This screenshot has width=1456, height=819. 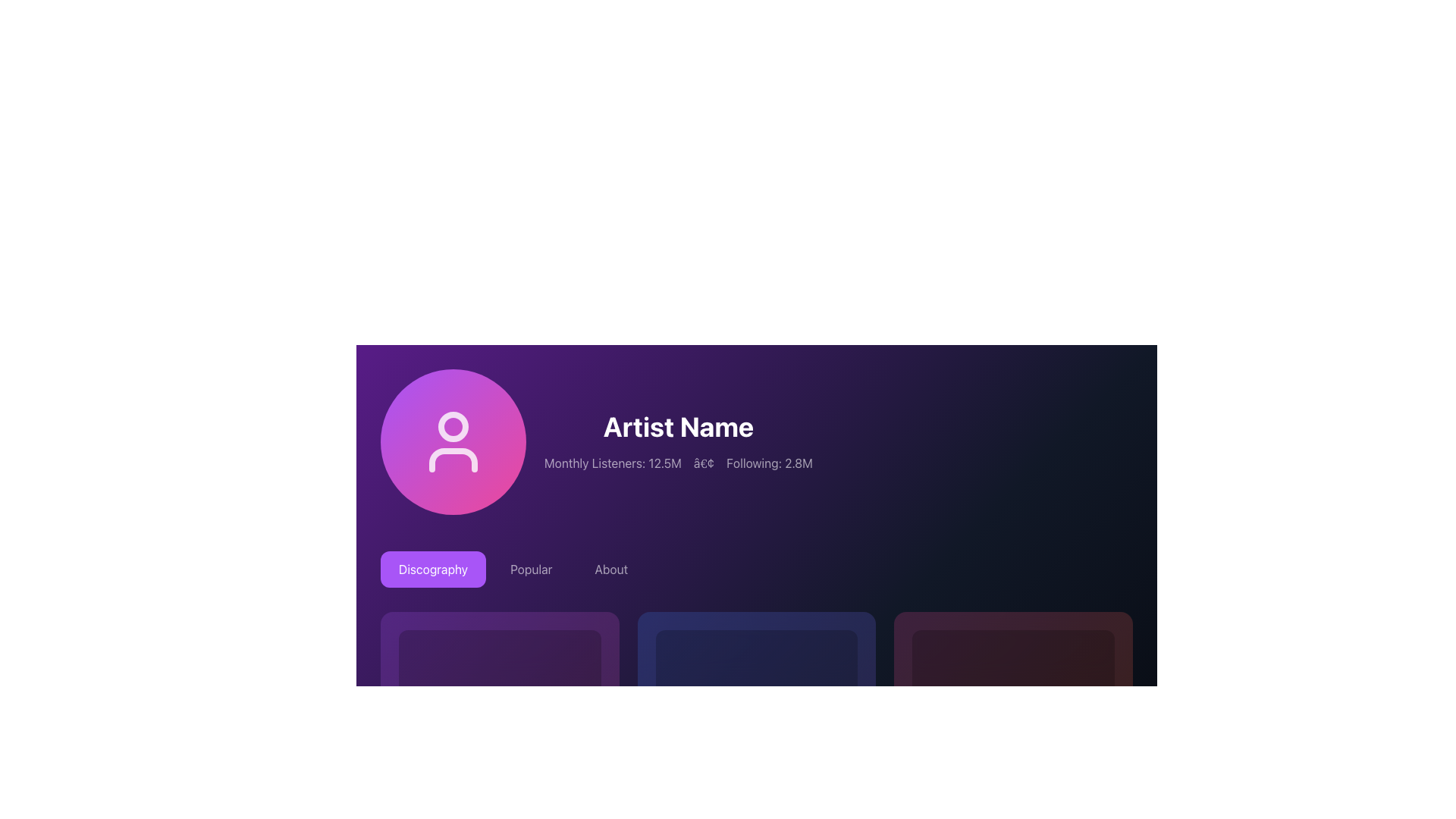 What do you see at coordinates (677, 462) in the screenshot?
I see `the text display showing statistics for 'Monthly Listeners: 12.5M' and 'Following: 2.8M'` at bounding box center [677, 462].